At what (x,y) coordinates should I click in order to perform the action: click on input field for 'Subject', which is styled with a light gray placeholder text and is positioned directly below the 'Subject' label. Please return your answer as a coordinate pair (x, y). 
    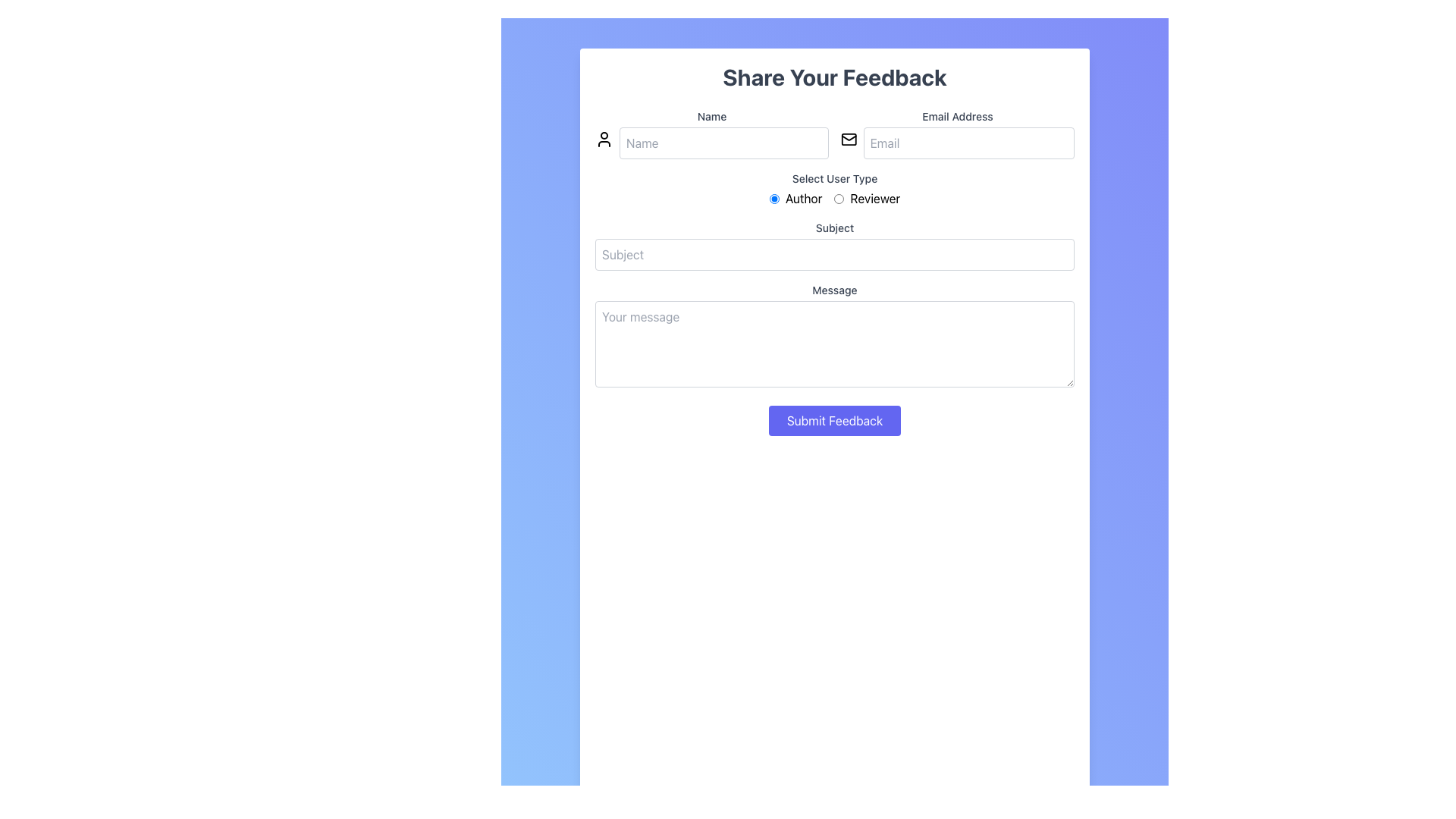
    Looking at the image, I should click on (833, 253).